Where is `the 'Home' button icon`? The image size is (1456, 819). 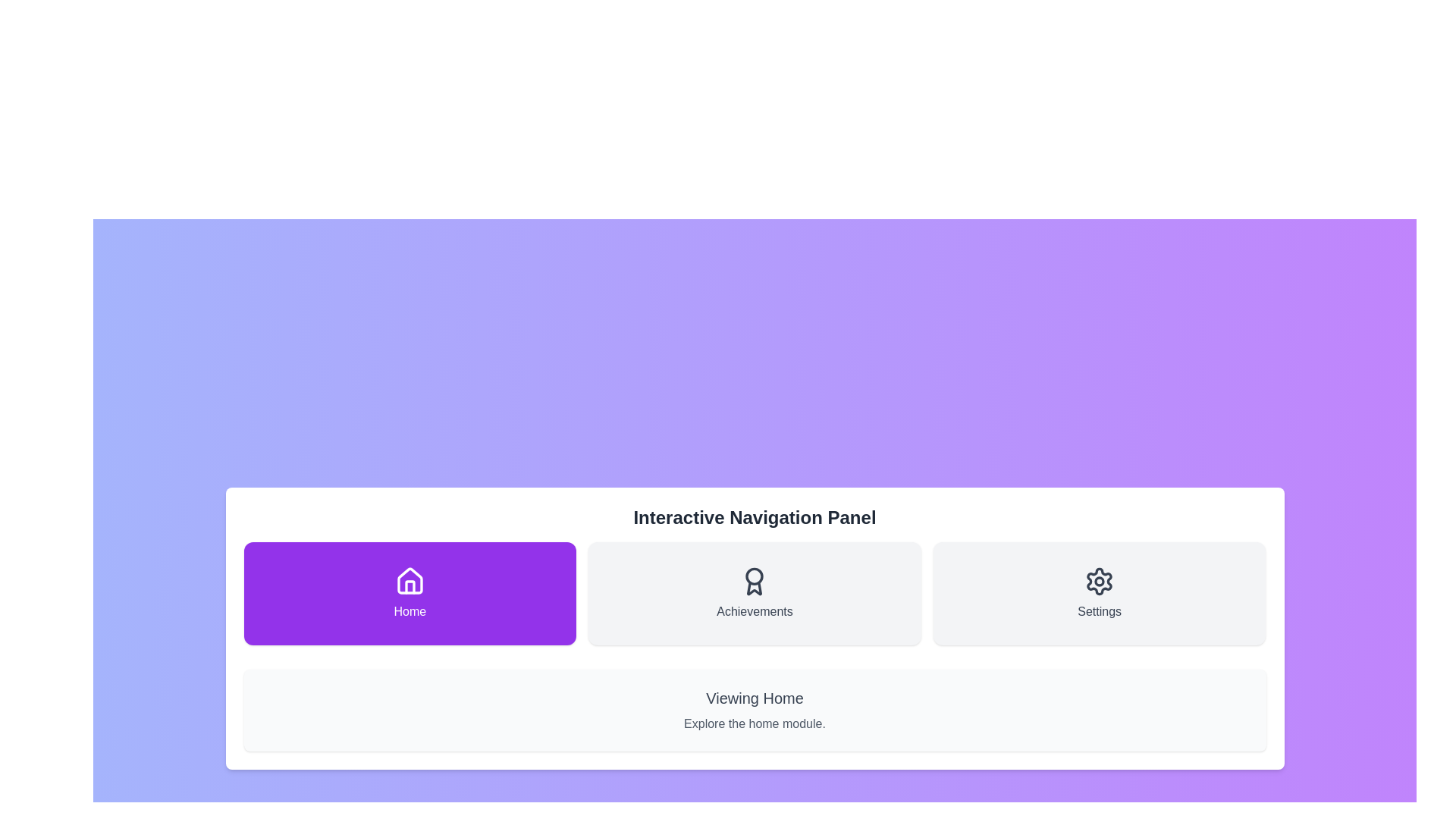 the 'Home' button icon is located at coordinates (409, 581).